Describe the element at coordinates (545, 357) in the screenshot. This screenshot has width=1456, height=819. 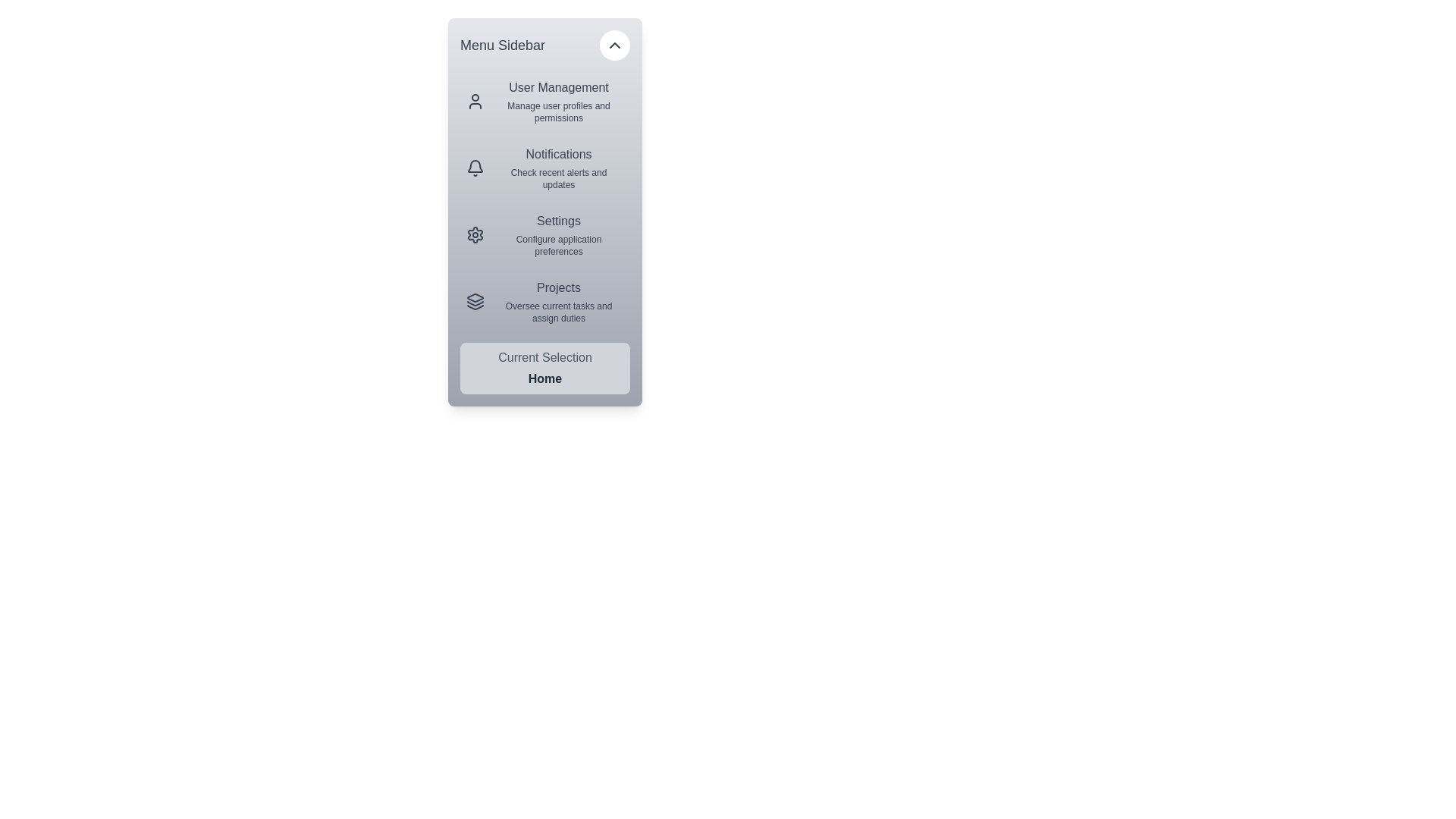
I see `the 'Current Selection' text label, which is styled in gray and located above the 'Home' label in the sidebar panel` at that location.